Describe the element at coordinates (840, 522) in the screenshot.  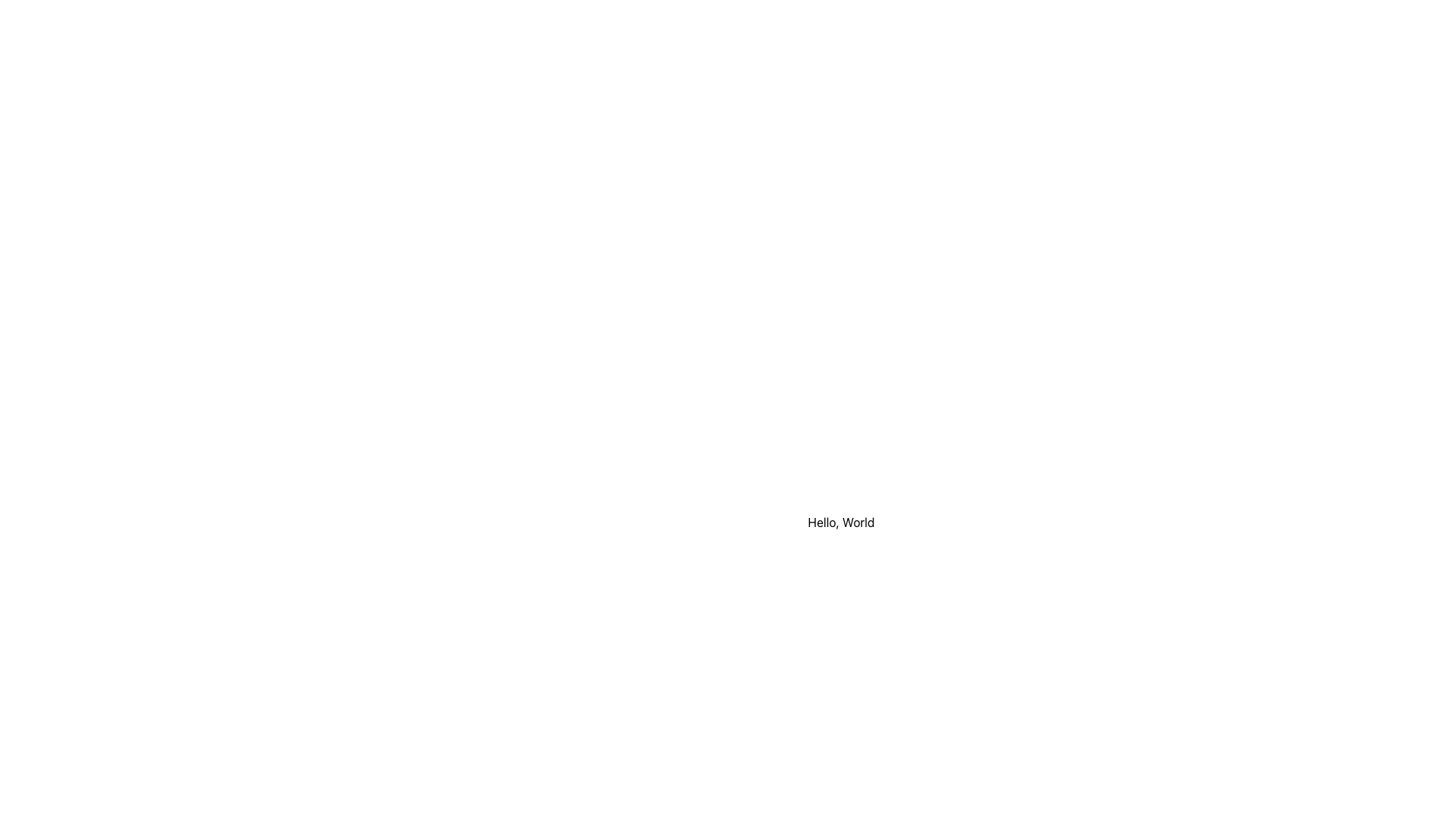
I see `text displayed in the narrow text field that shows 'Hello, World' in black font on a white background` at that location.